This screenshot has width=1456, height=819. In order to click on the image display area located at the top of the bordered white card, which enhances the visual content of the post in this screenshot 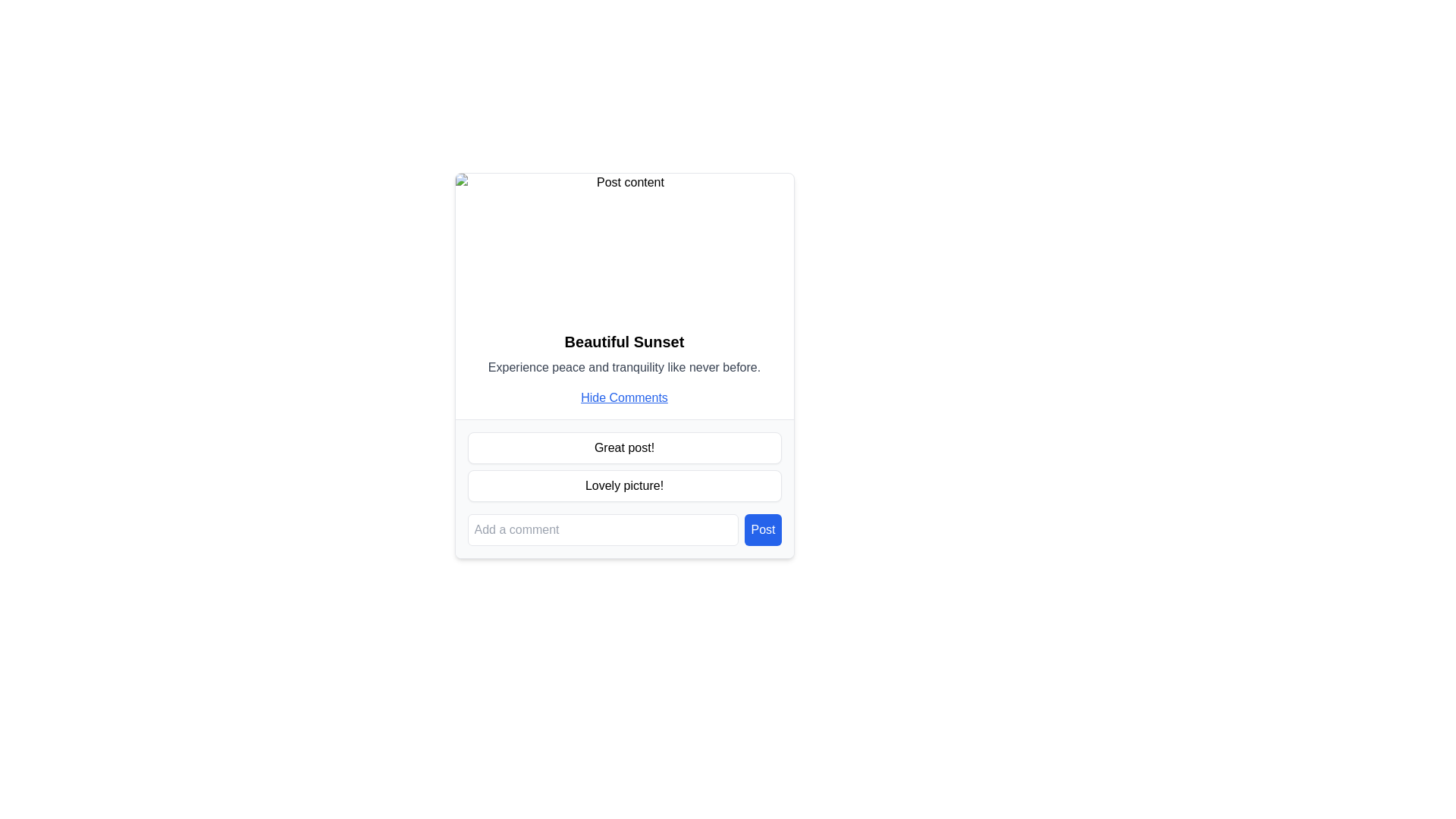, I will do `click(624, 245)`.